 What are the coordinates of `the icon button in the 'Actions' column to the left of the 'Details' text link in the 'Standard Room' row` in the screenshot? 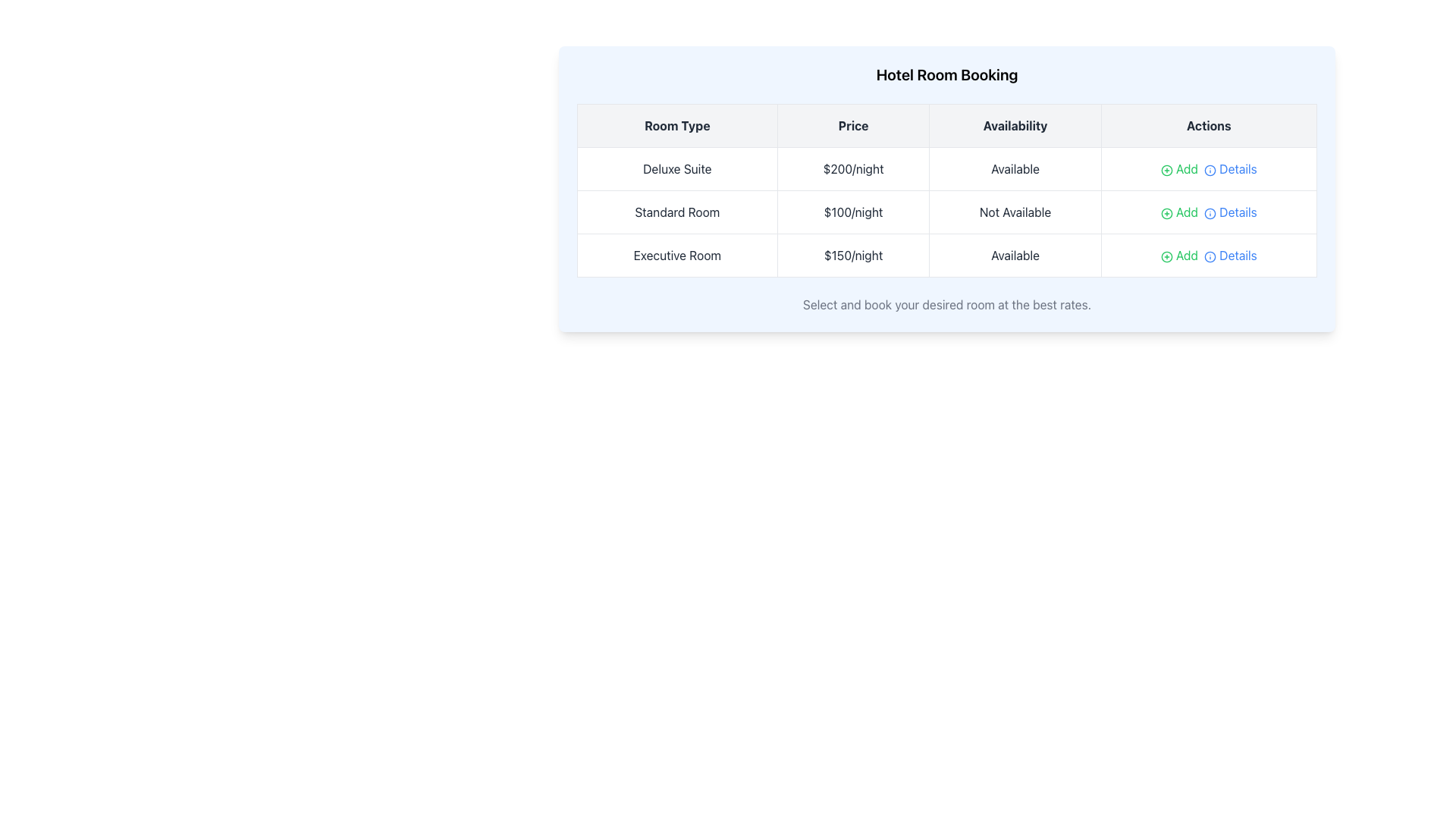 It's located at (1166, 213).